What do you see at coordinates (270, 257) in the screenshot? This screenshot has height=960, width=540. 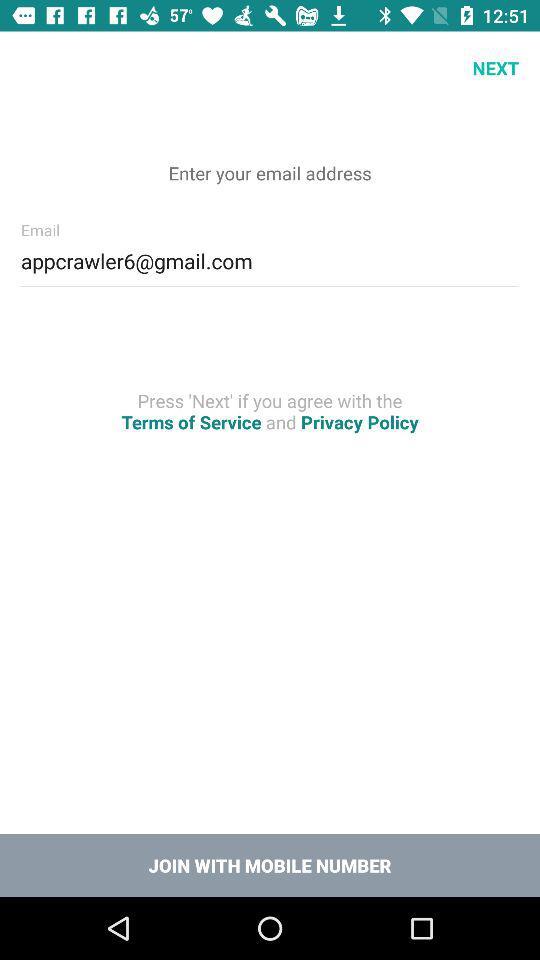 I see `appcrawler6@gmail.com` at bounding box center [270, 257].